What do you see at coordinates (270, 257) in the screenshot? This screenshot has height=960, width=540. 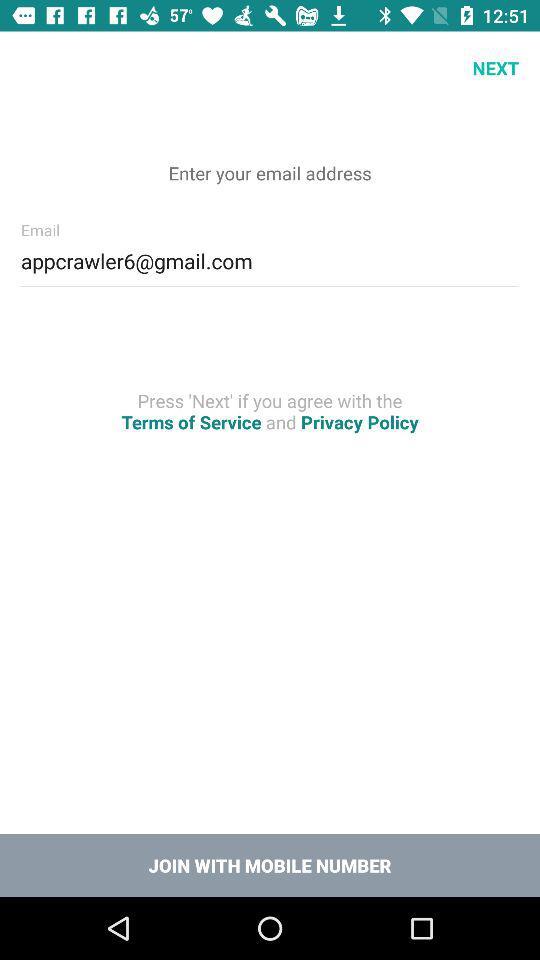 I see `appcrawler6@gmail.com` at bounding box center [270, 257].